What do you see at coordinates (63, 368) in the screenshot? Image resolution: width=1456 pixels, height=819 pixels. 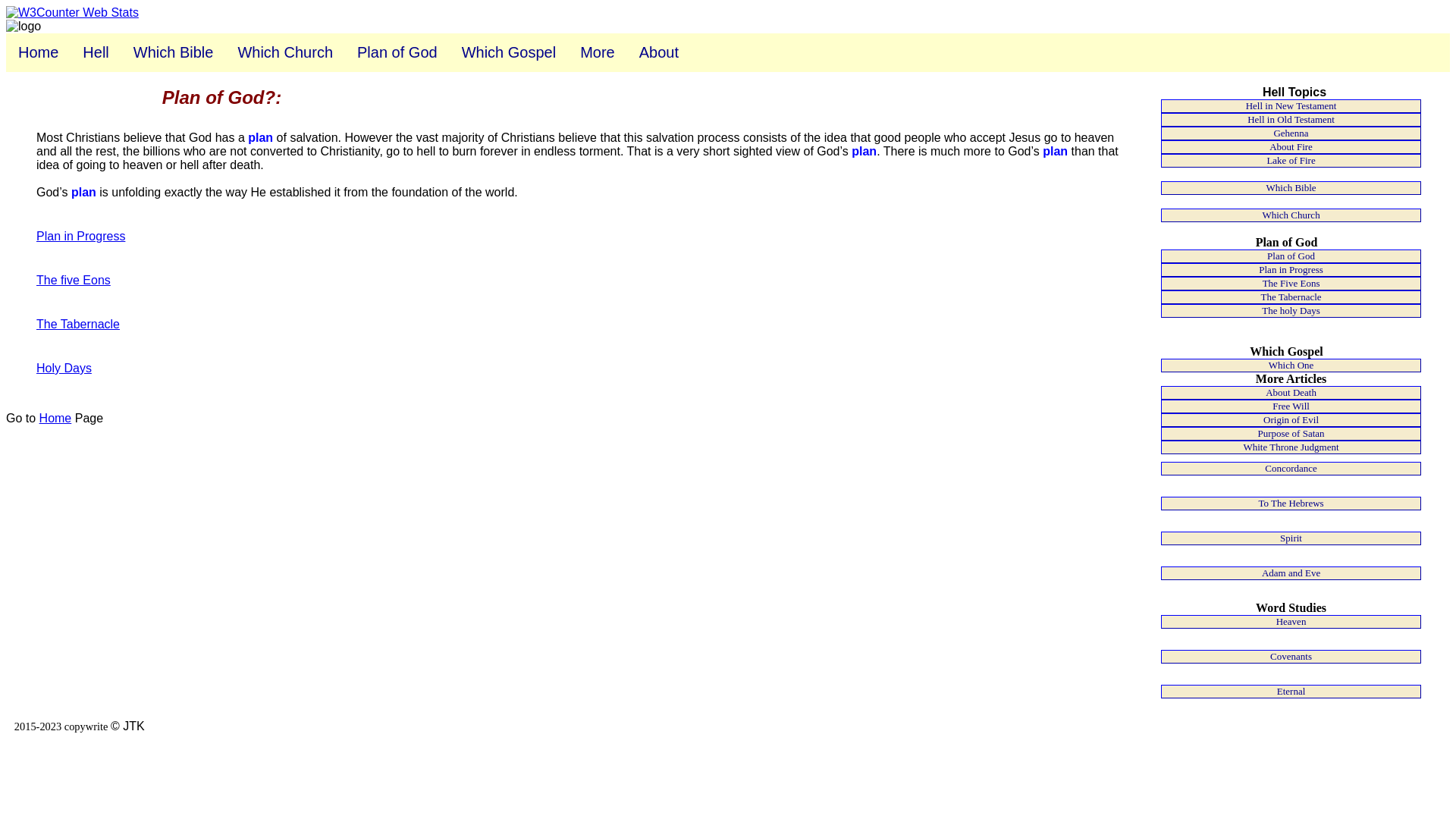 I see `'Holy Days'` at bounding box center [63, 368].